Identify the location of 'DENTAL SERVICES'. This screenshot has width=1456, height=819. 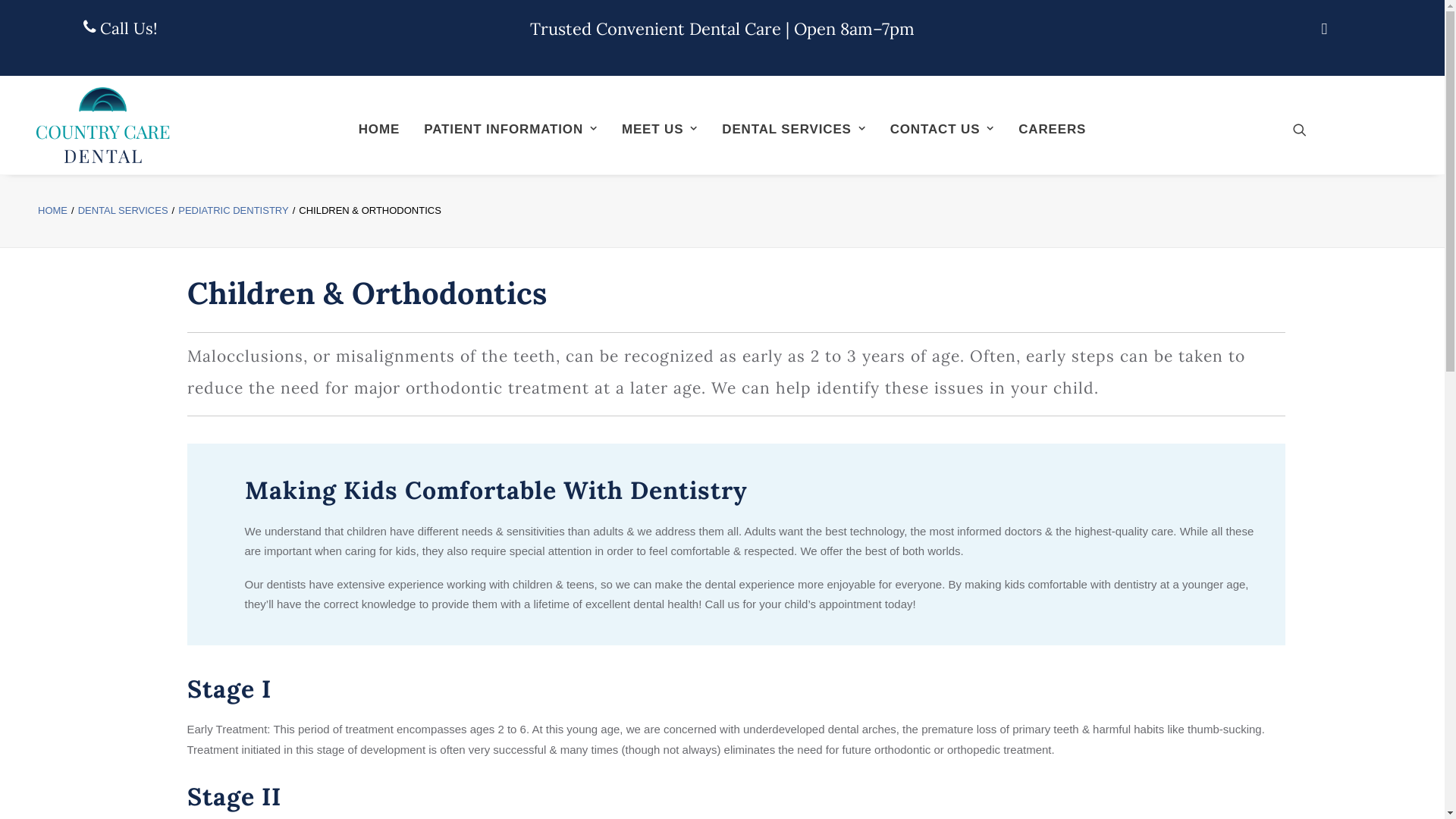
(792, 127).